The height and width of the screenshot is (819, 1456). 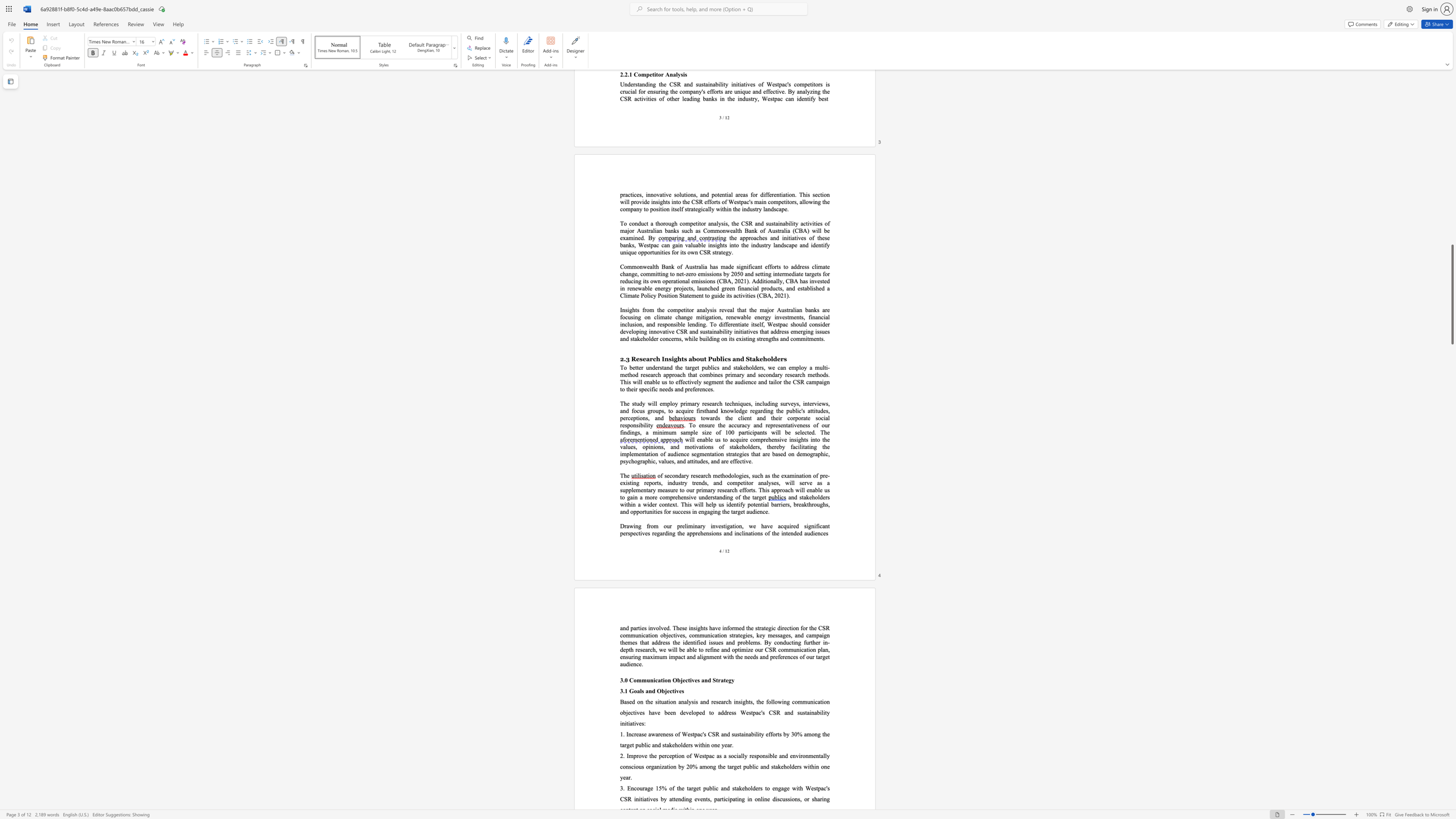 I want to click on the 1th character "," in the text, so click(x=742, y=526).